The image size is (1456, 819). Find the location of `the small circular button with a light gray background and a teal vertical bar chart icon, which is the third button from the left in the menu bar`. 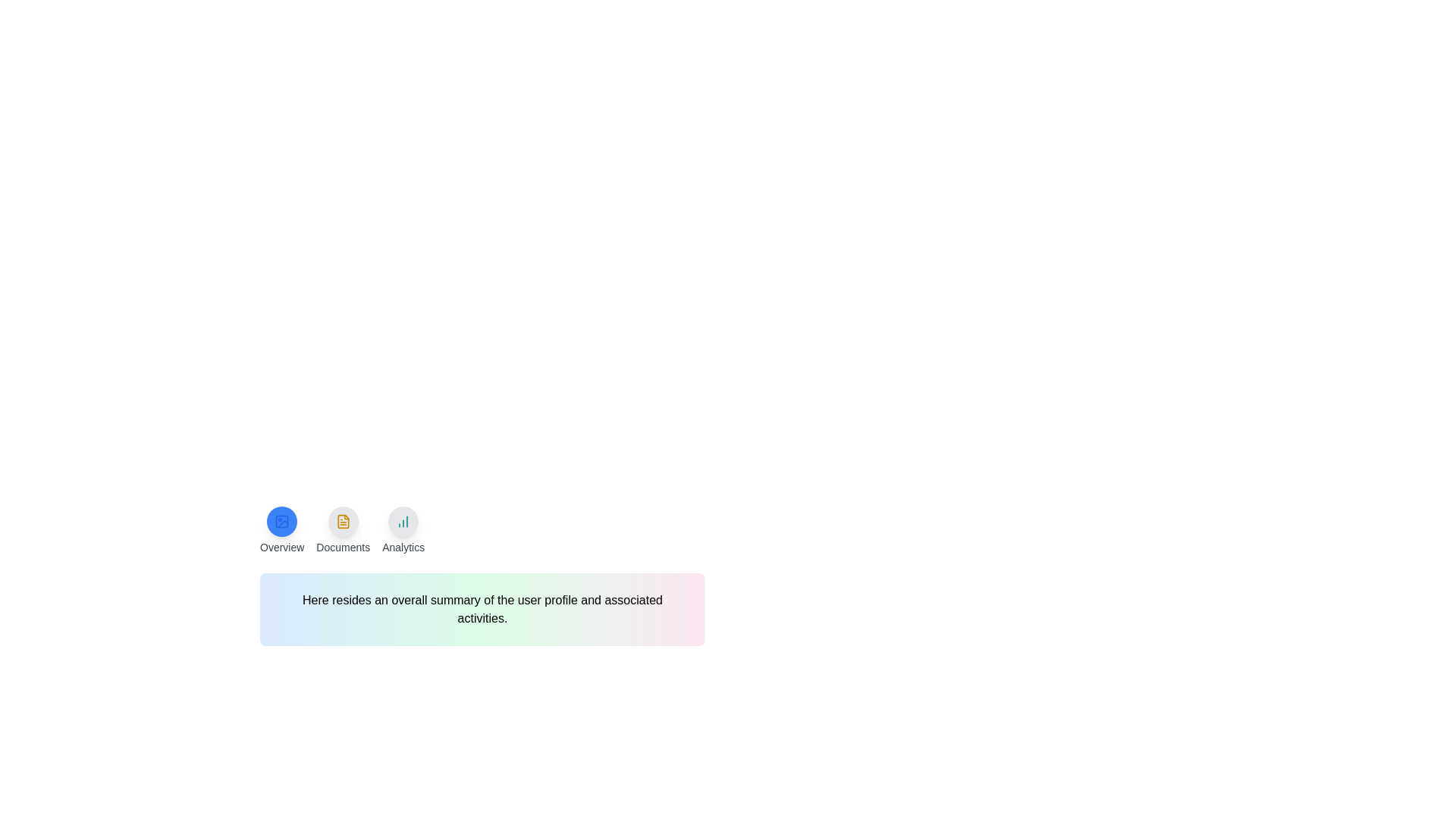

the small circular button with a light gray background and a teal vertical bar chart icon, which is the third button from the left in the menu bar is located at coordinates (403, 520).